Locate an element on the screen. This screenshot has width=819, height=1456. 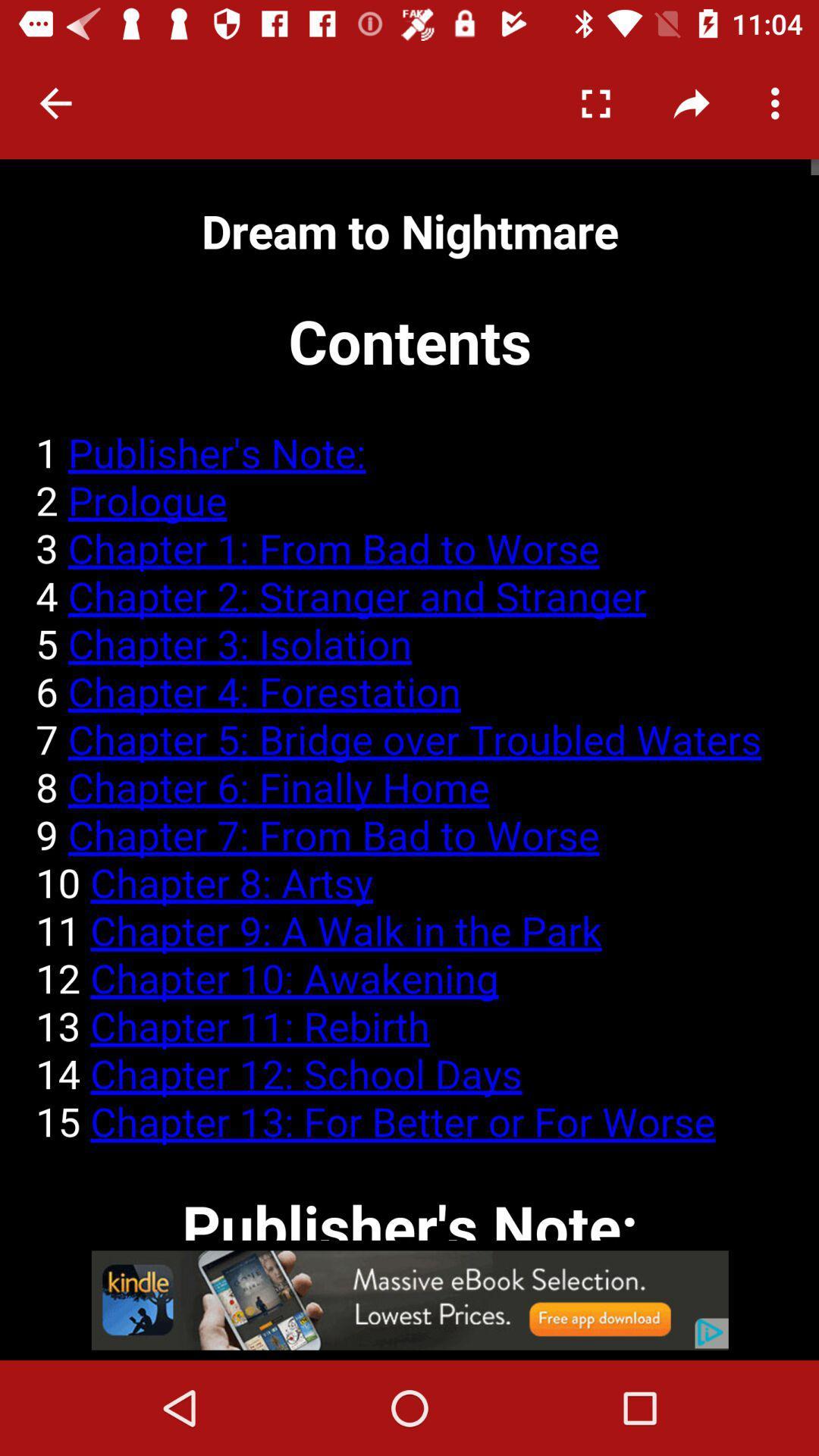
advertisement is located at coordinates (409, 1299).